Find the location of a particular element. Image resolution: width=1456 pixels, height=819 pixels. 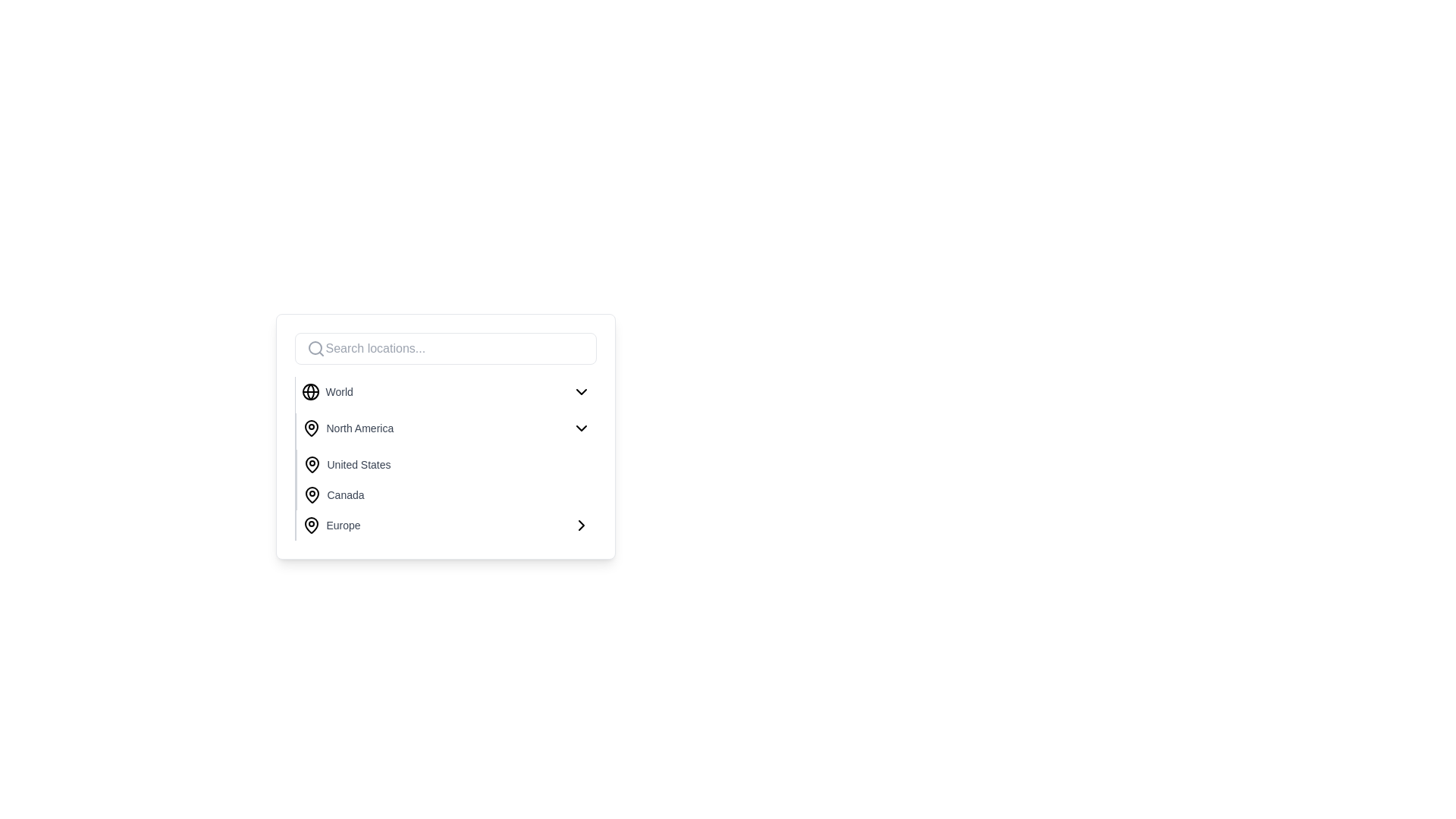

the 'Europe' menu item in the dropdown list is located at coordinates (330, 525).